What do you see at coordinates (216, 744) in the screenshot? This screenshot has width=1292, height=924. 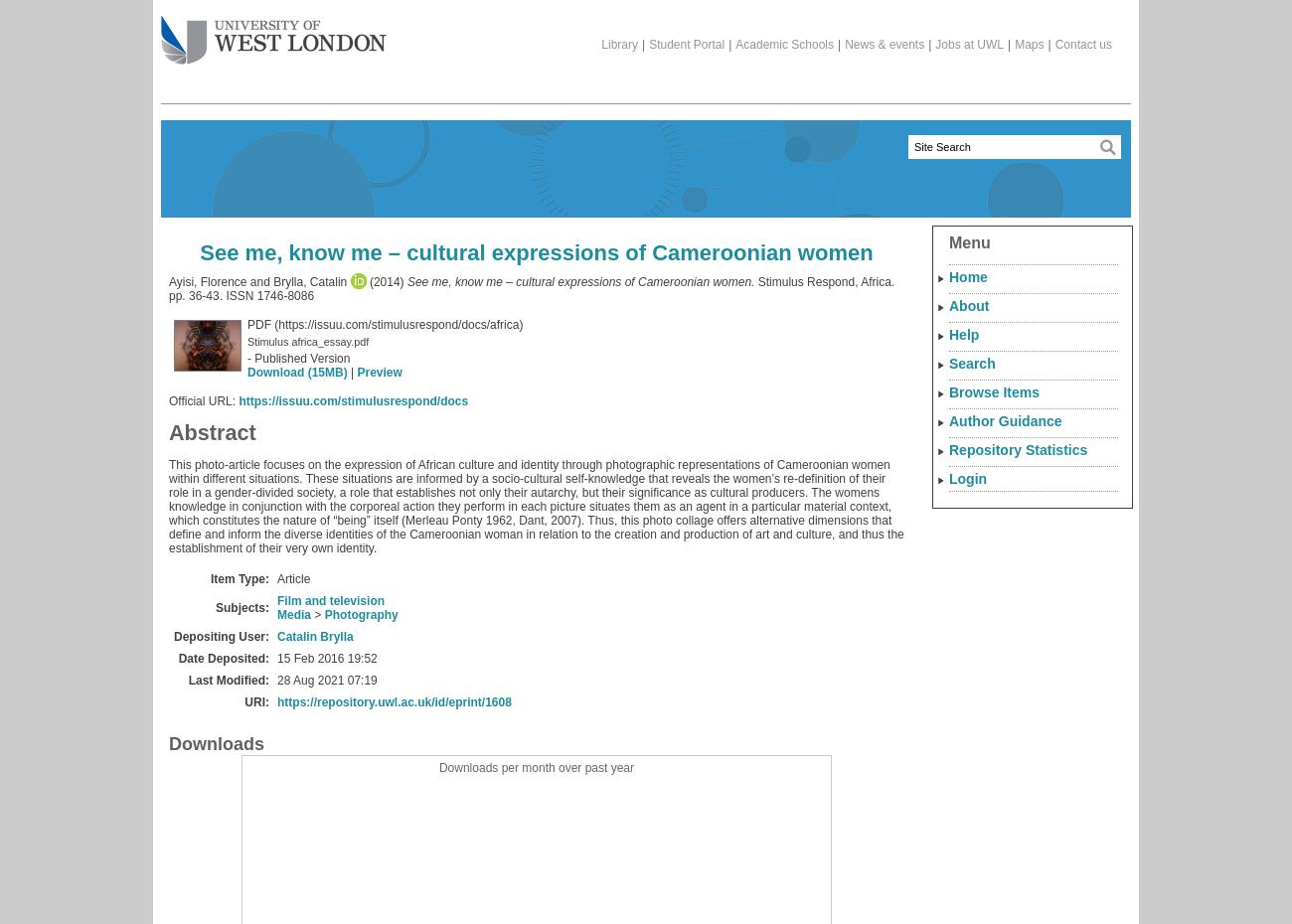 I see `'Downloads'` at bounding box center [216, 744].